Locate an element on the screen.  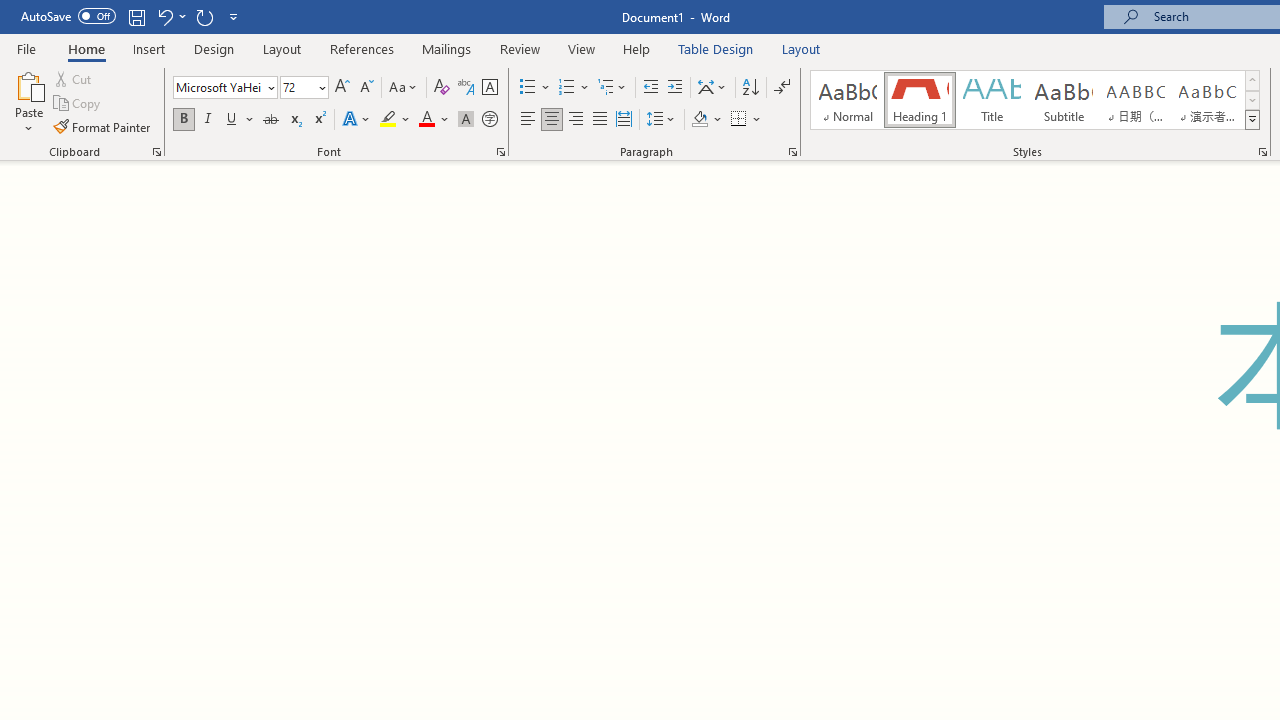
'Title' is located at coordinates (992, 100).